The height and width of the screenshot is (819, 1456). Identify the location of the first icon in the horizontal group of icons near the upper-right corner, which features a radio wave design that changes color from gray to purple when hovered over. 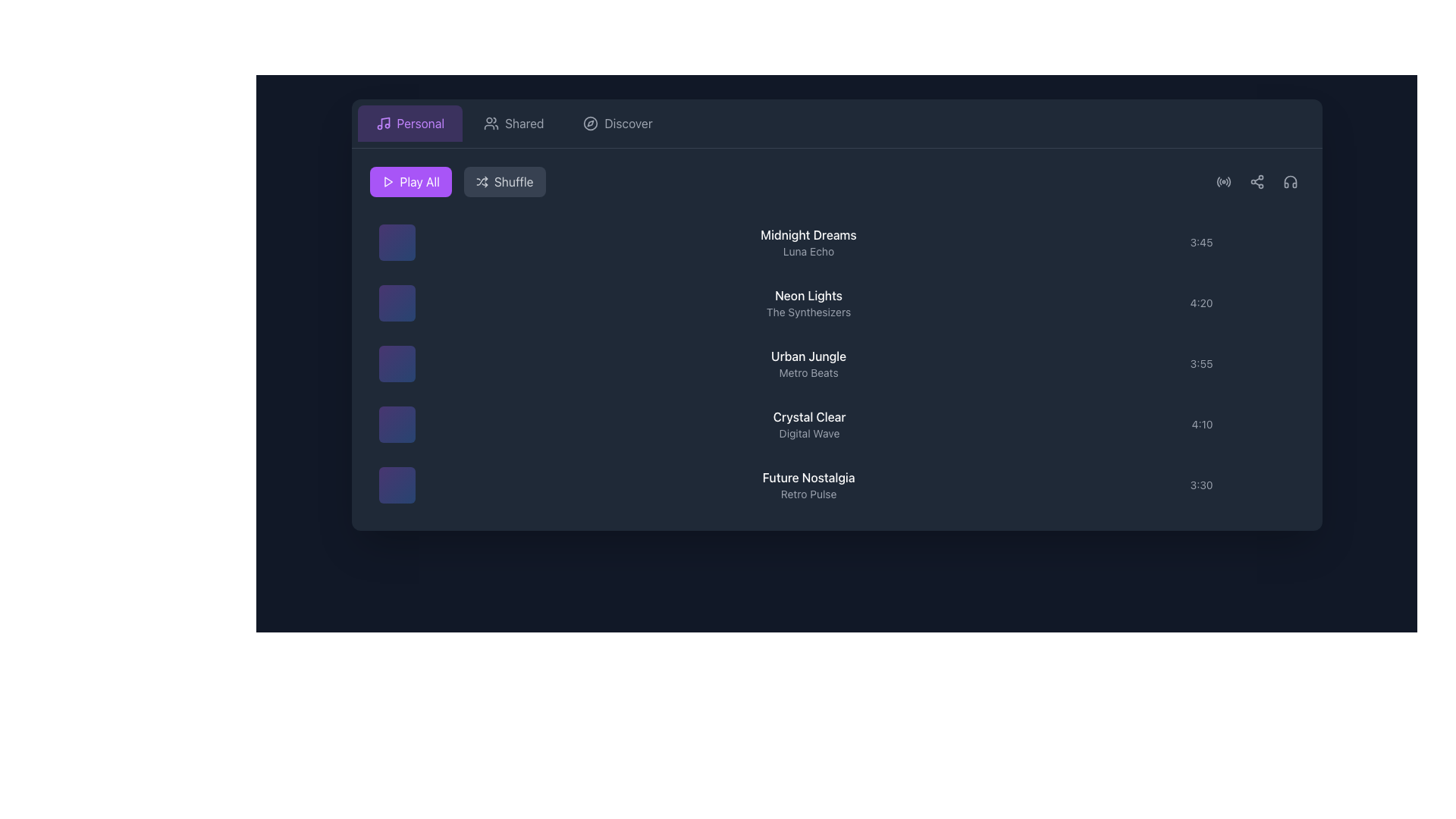
(1223, 180).